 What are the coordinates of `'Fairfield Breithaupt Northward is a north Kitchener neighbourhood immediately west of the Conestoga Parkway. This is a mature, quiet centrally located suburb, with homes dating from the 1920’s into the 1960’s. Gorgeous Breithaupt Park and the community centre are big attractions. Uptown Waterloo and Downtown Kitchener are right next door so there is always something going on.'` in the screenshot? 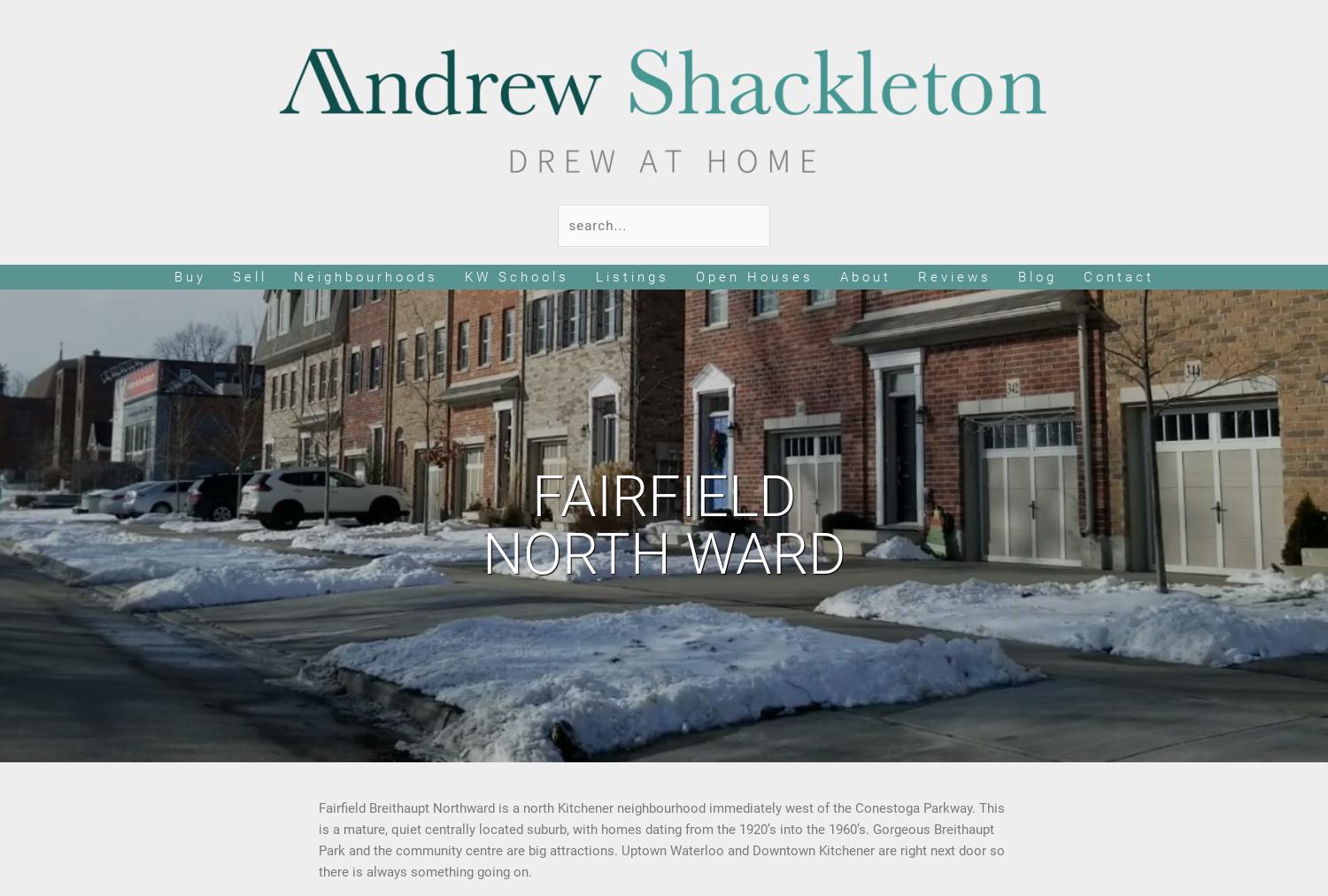 It's located at (660, 839).